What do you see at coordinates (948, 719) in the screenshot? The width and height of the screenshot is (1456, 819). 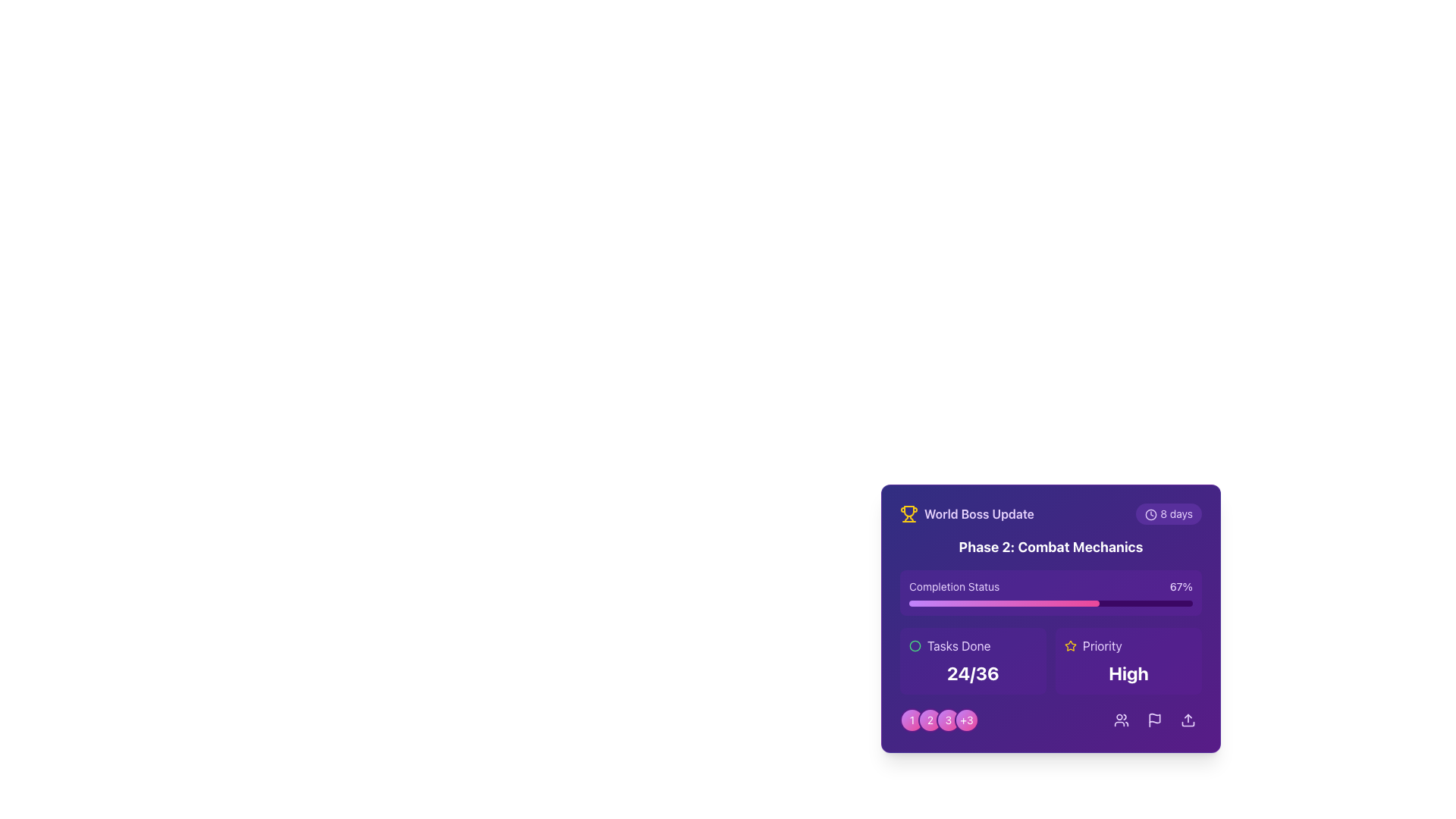 I see `the third badge` at bounding box center [948, 719].